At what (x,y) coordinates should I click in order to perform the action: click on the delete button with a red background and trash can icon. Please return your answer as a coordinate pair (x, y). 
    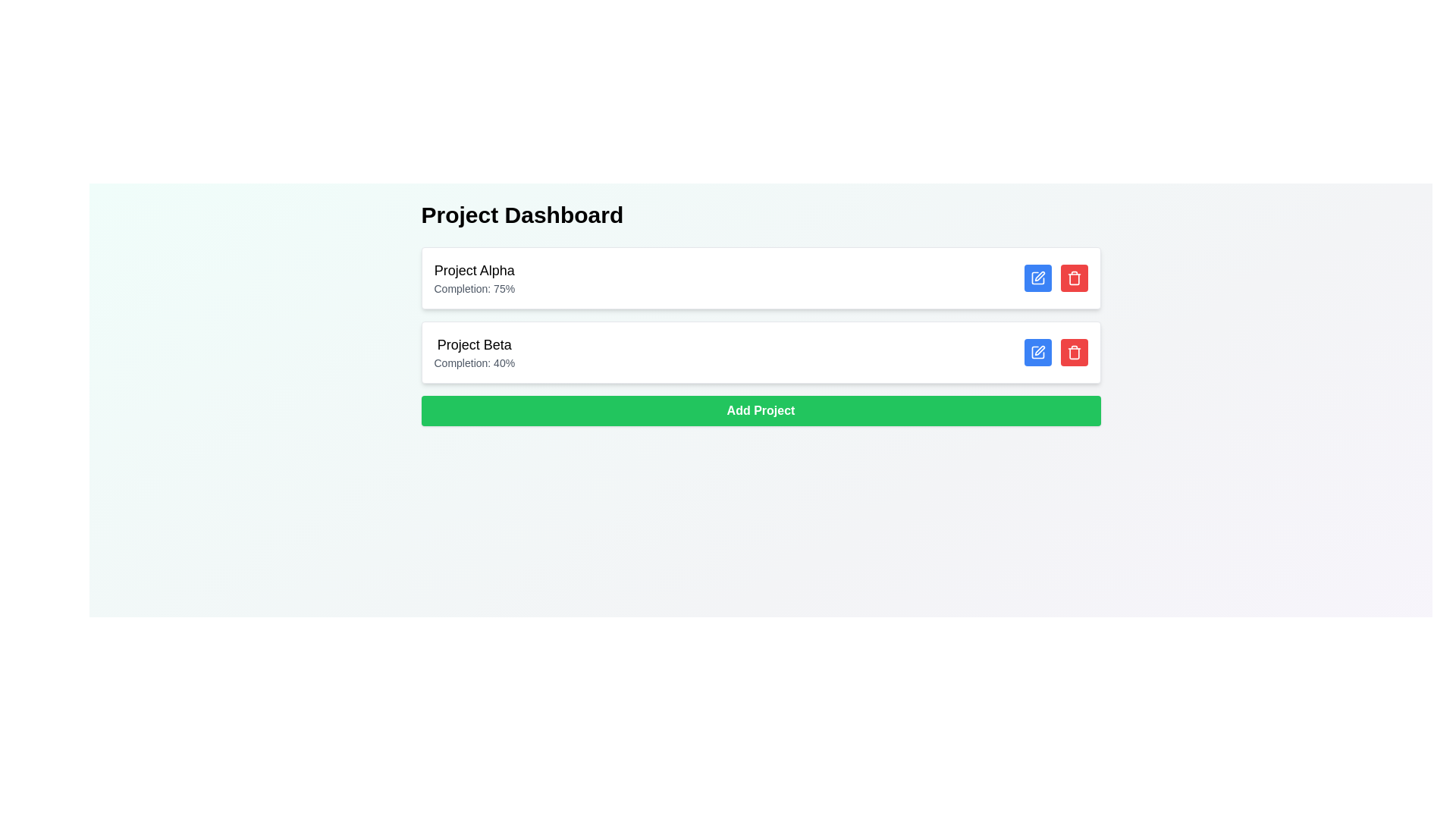
    Looking at the image, I should click on (1073, 353).